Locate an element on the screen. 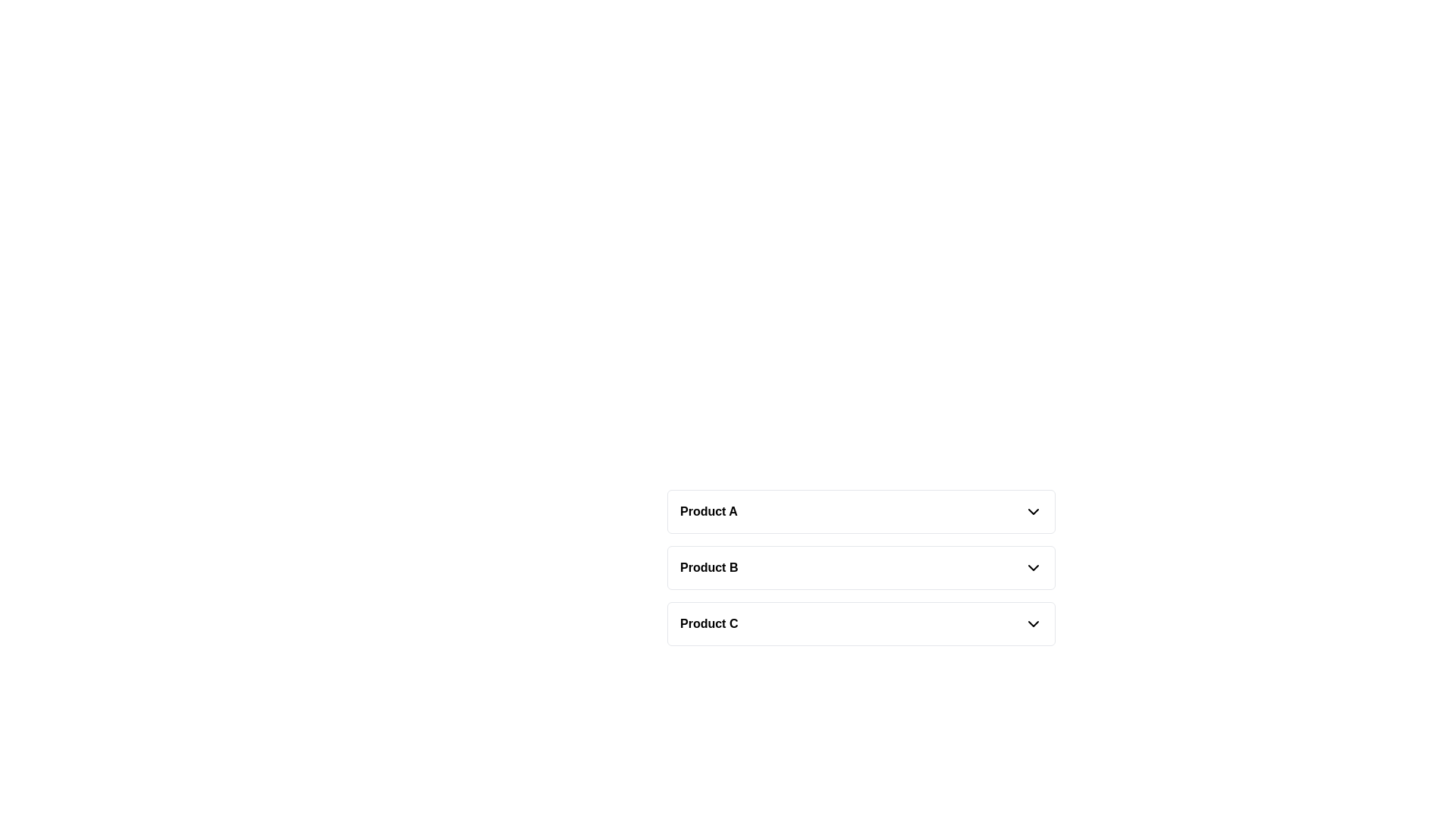 This screenshot has width=1456, height=819. the 'Product B' list item is located at coordinates (861, 567).